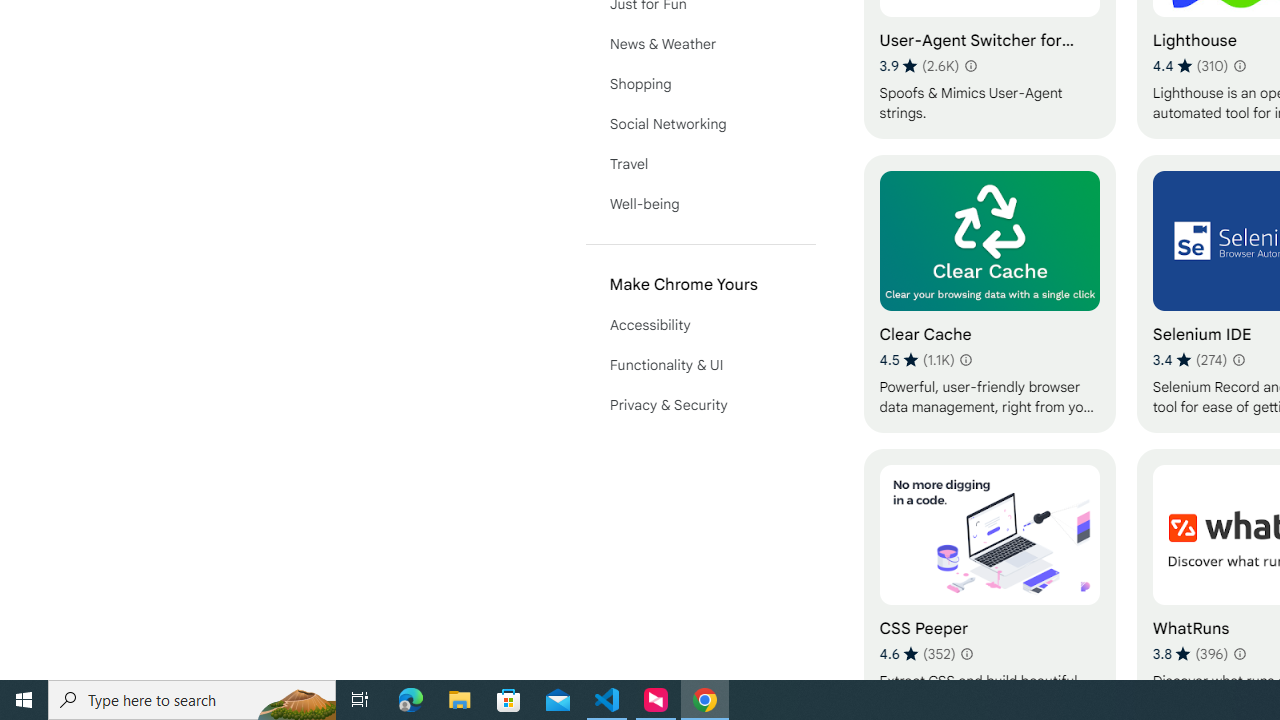  I want to click on 'Shopping', so click(700, 82).